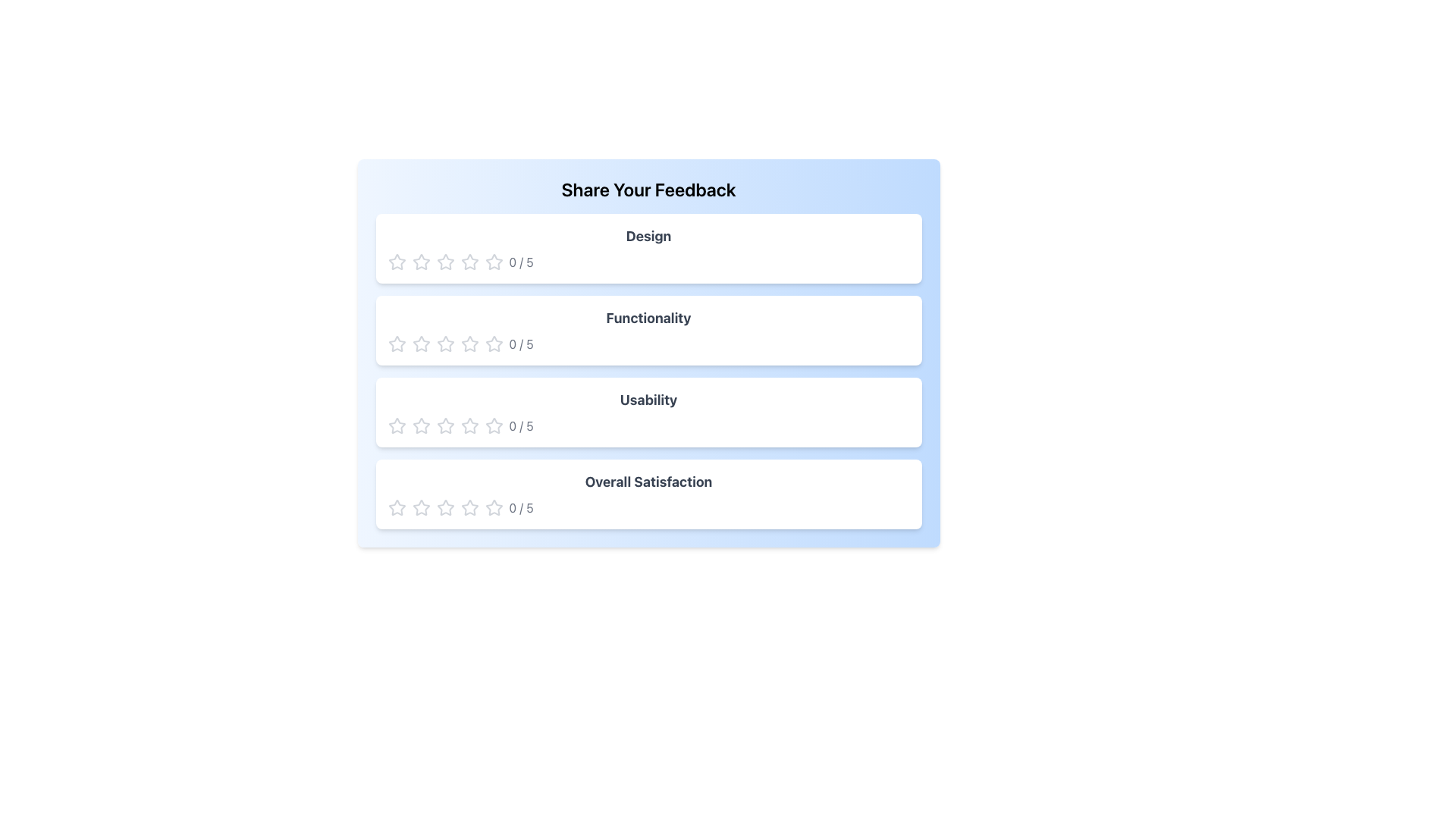  I want to click on the third star icon in the Design category of the feedback form, so click(494, 261).